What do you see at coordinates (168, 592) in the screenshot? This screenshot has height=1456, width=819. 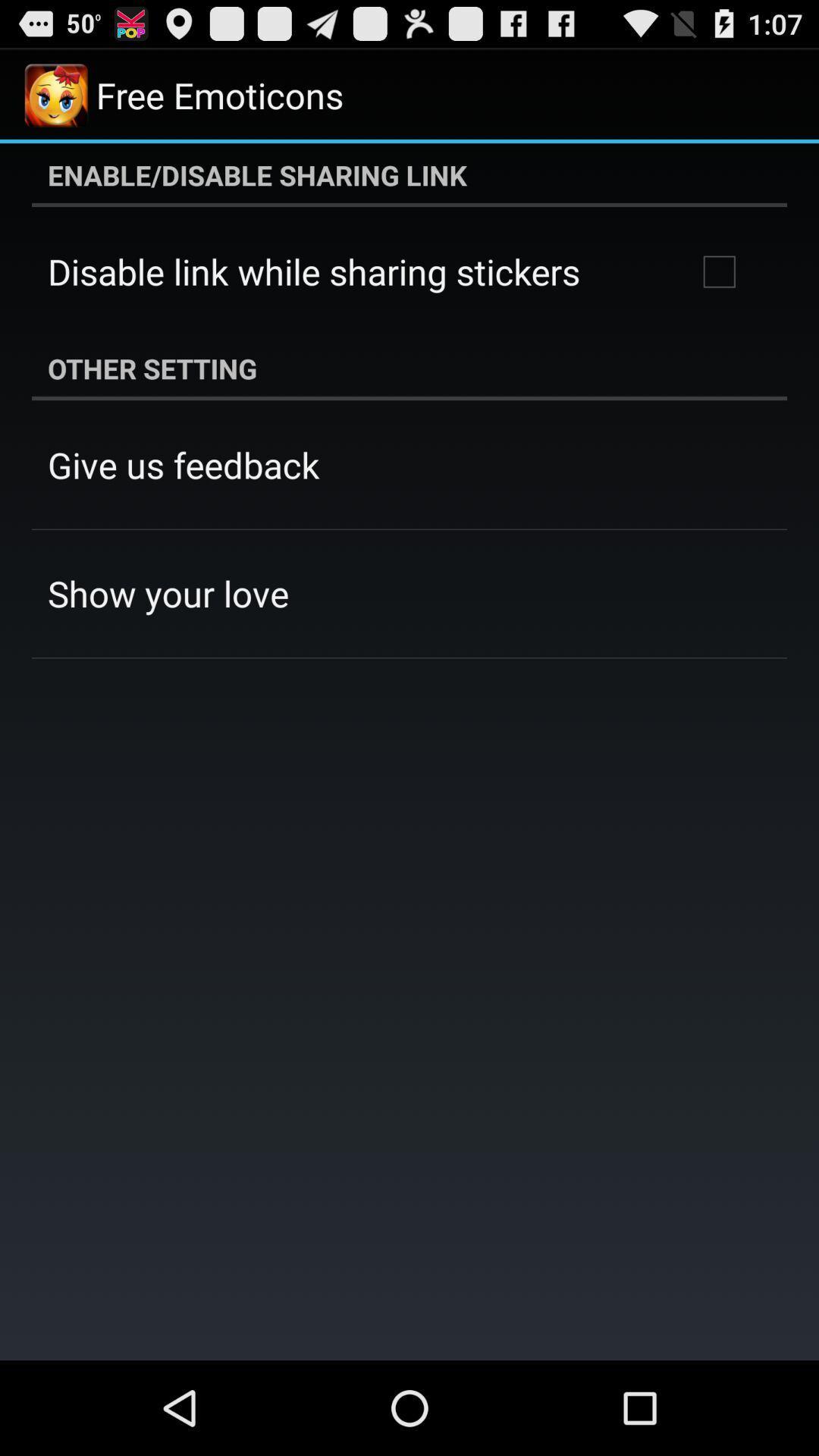 I see `the show your love app` at bounding box center [168, 592].